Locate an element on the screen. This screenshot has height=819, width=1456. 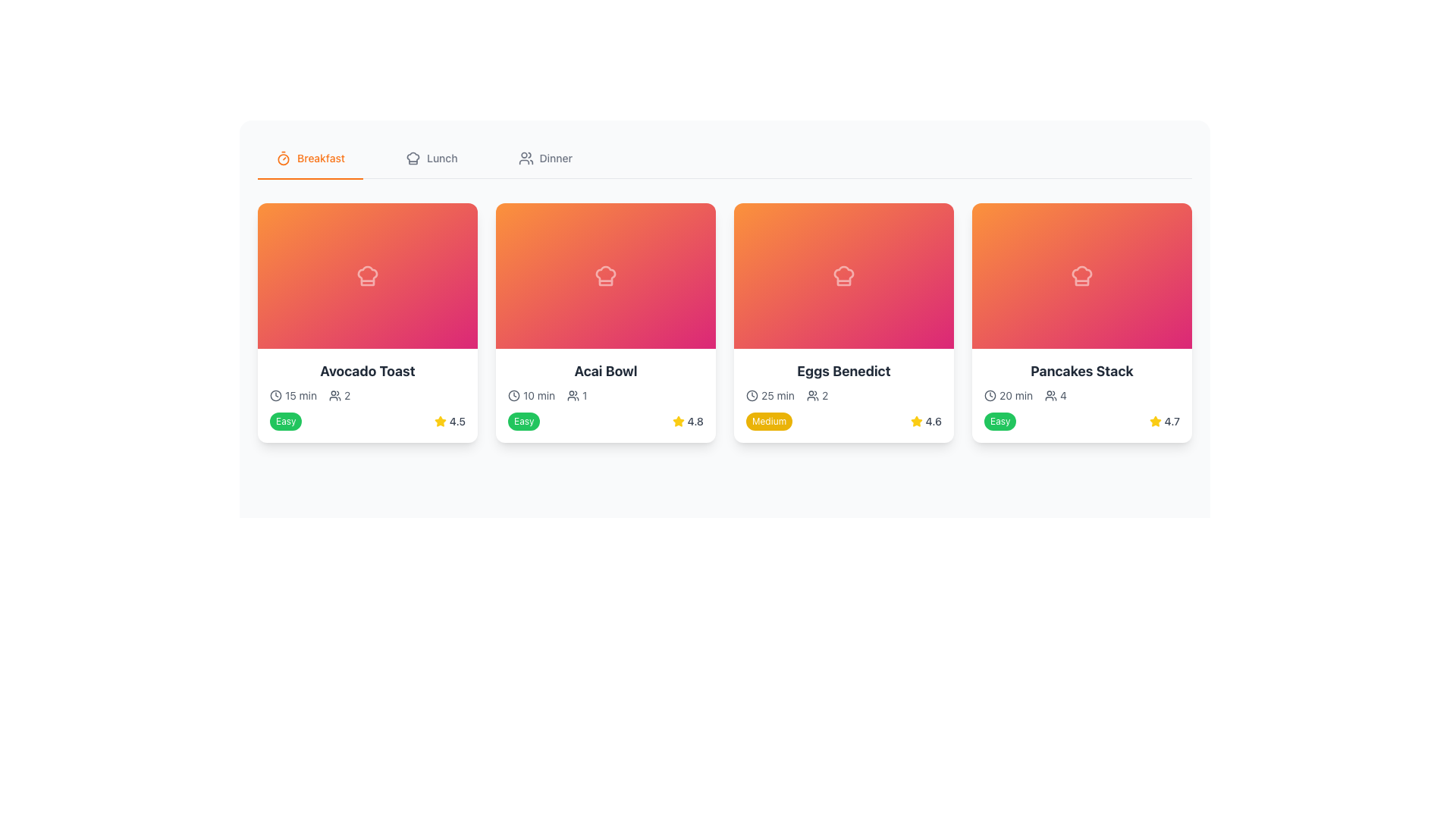
the central icon within the first recipe card on the left, which visually represents the recipe category or theme is located at coordinates (367, 275).